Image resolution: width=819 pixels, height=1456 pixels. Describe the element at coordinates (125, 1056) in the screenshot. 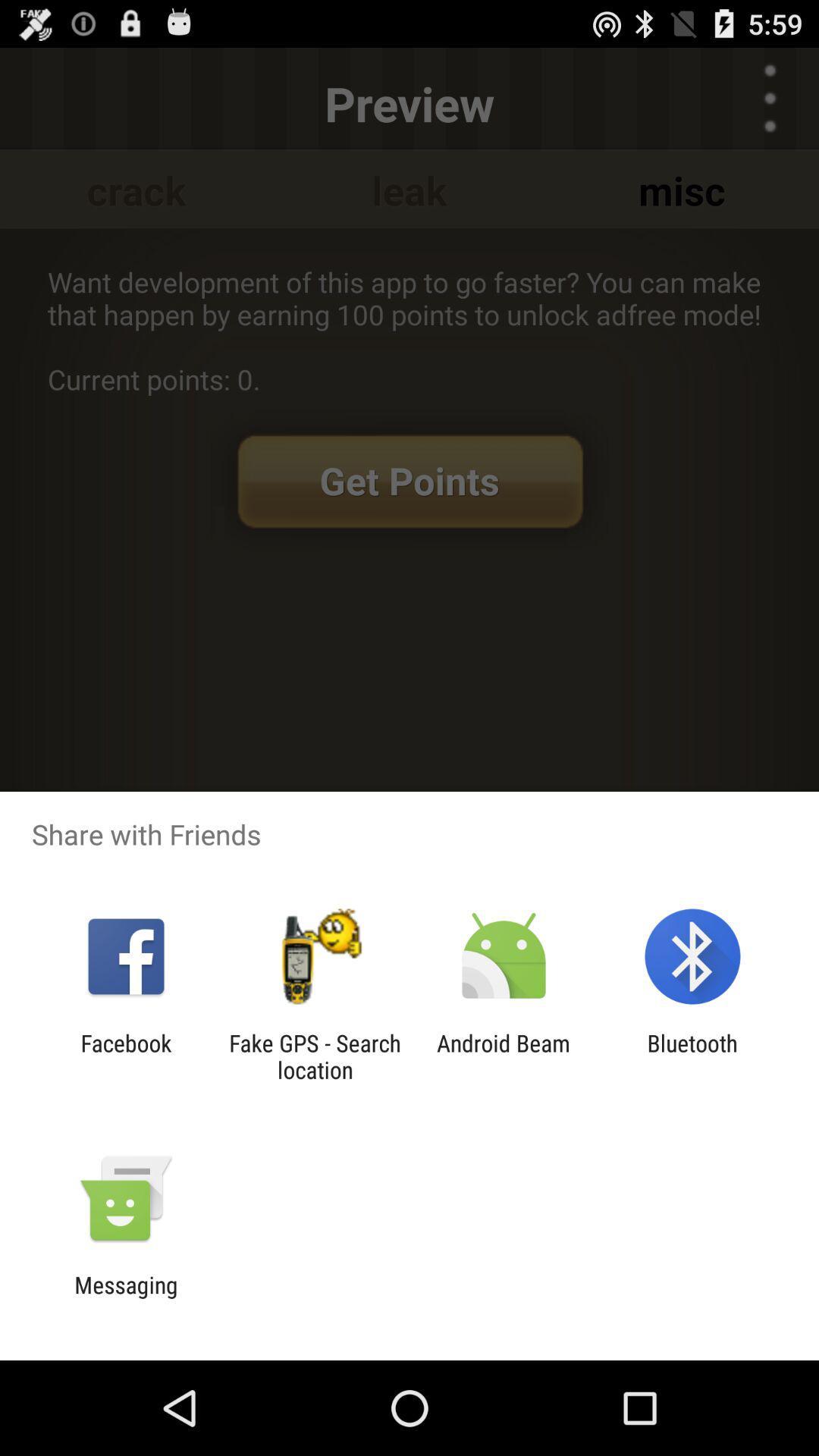

I see `the icon next to fake gps search app` at that location.